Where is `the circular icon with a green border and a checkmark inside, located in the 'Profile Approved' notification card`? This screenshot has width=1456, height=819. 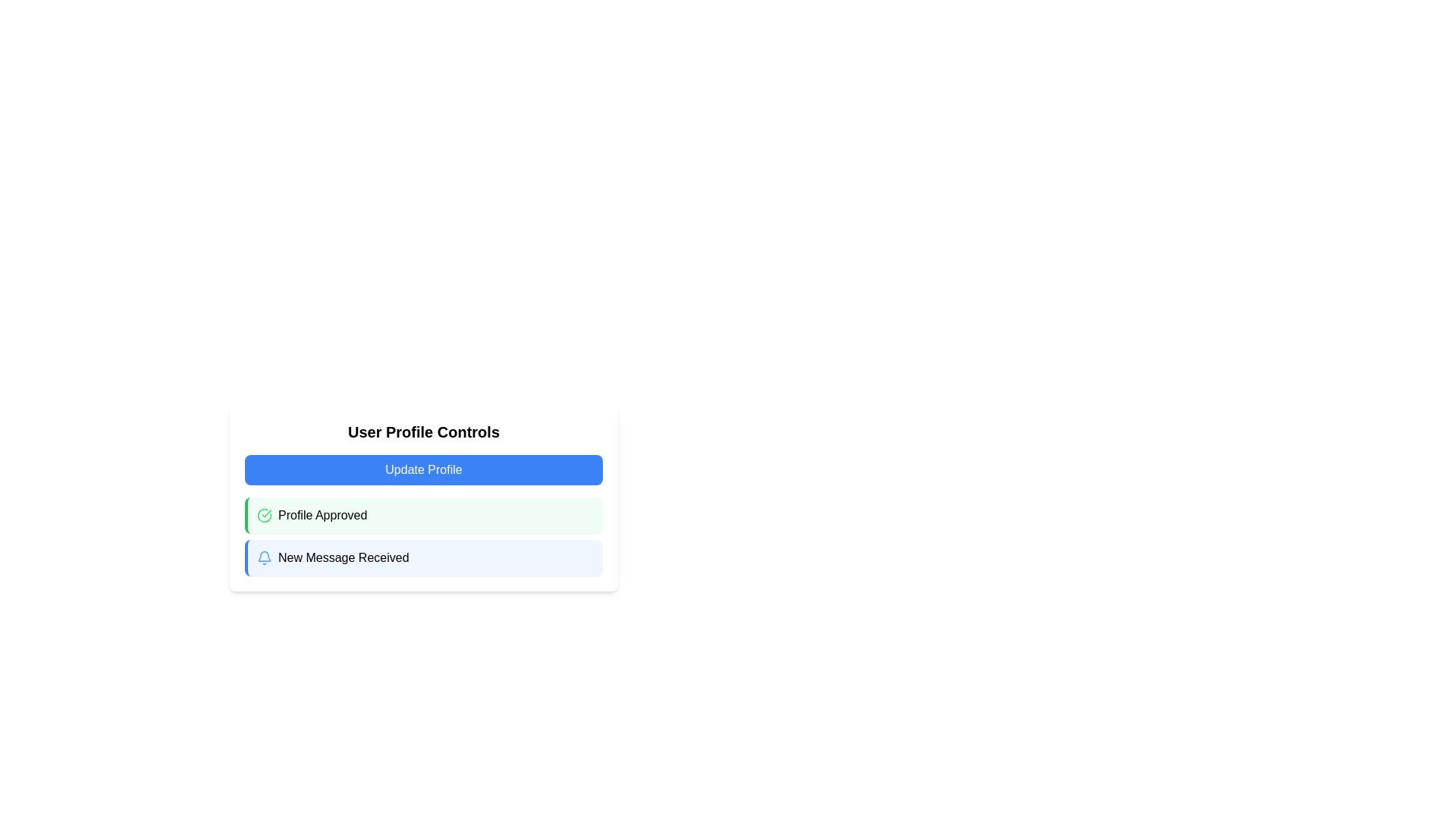
the circular icon with a green border and a checkmark inside, located in the 'Profile Approved' notification card is located at coordinates (265, 514).